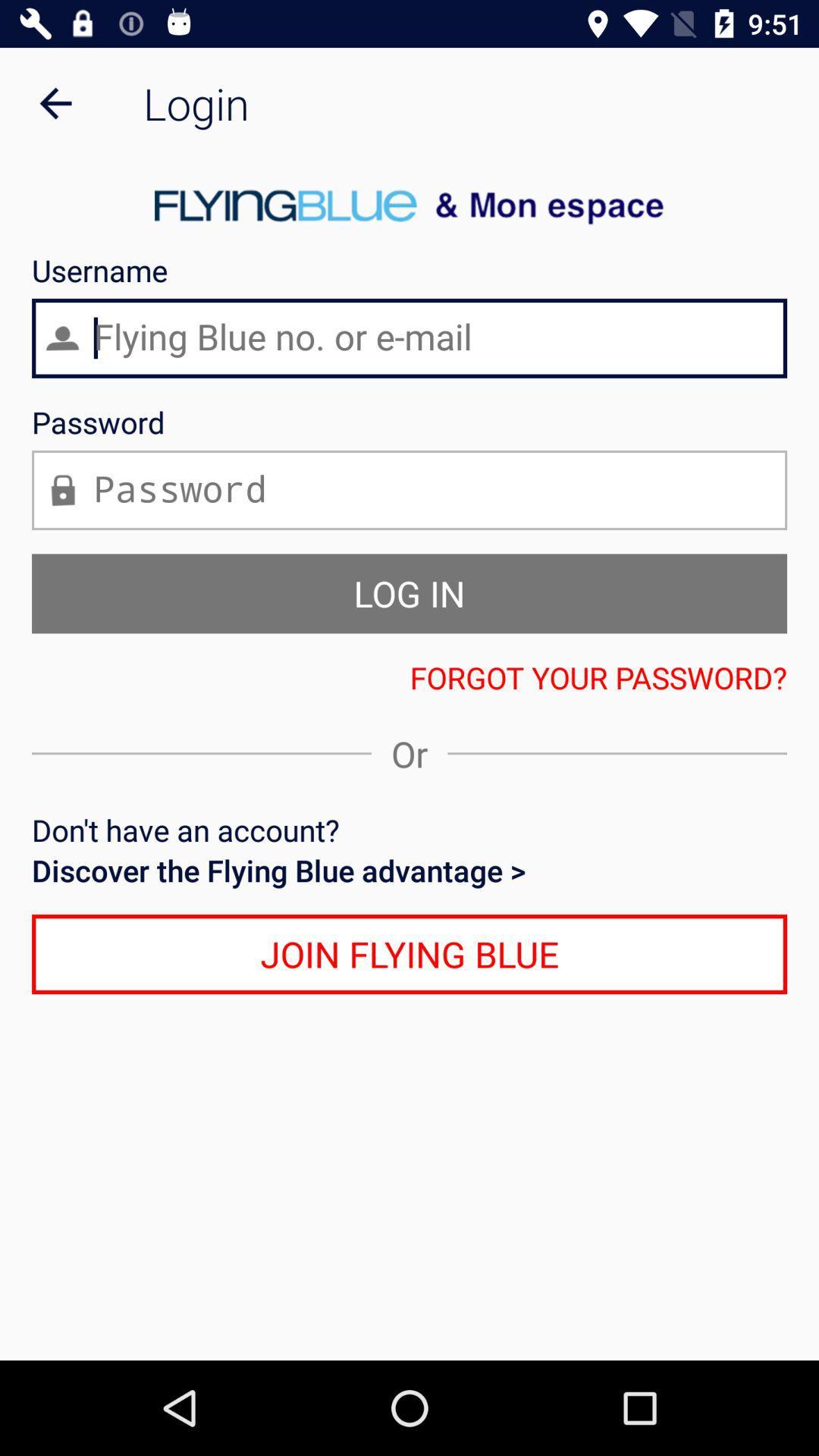 This screenshot has height=1456, width=819. I want to click on the item above the username icon, so click(55, 102).